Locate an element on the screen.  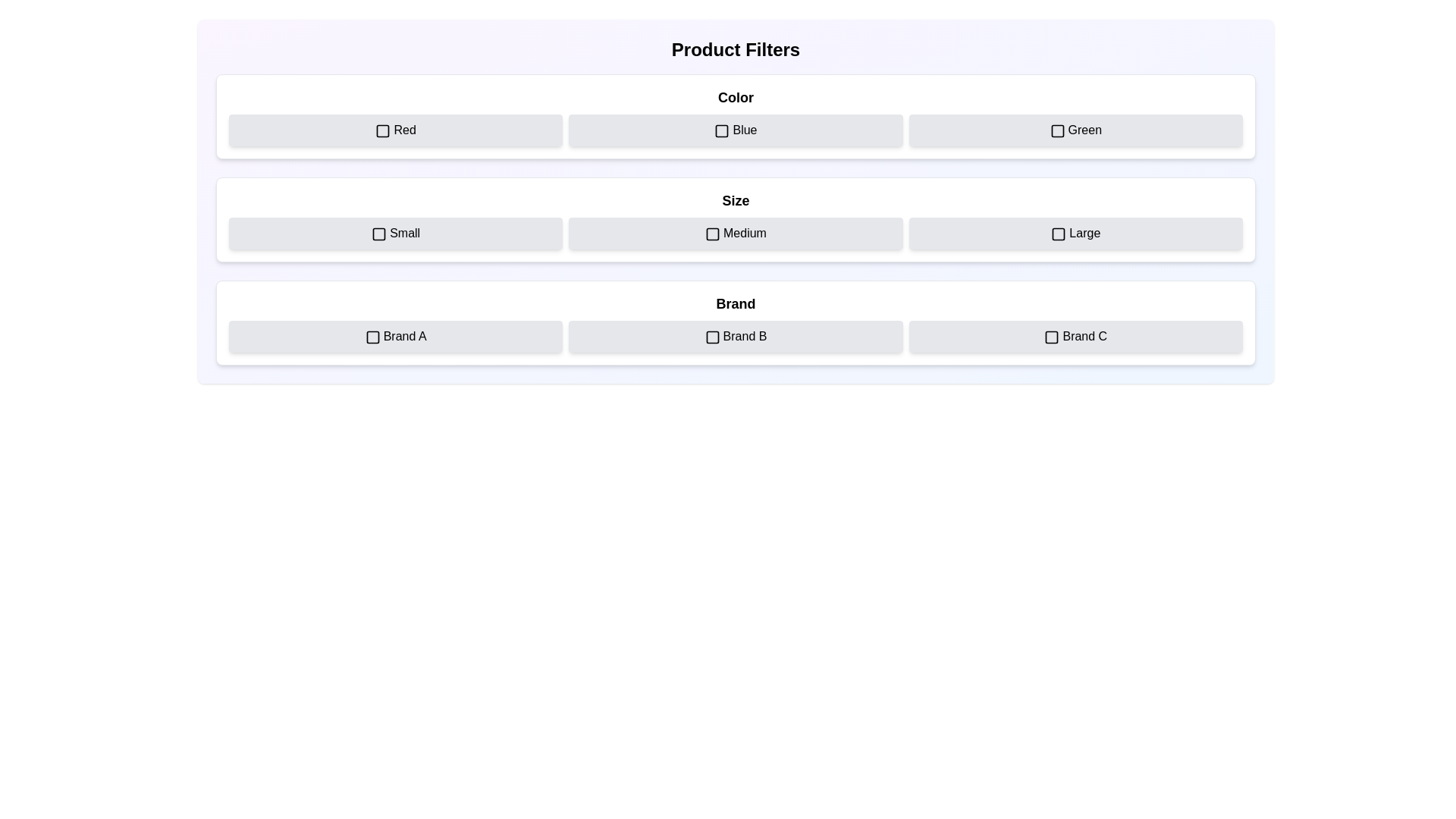
the 'Red' checkbox button with a light gray background is located at coordinates (396, 130).